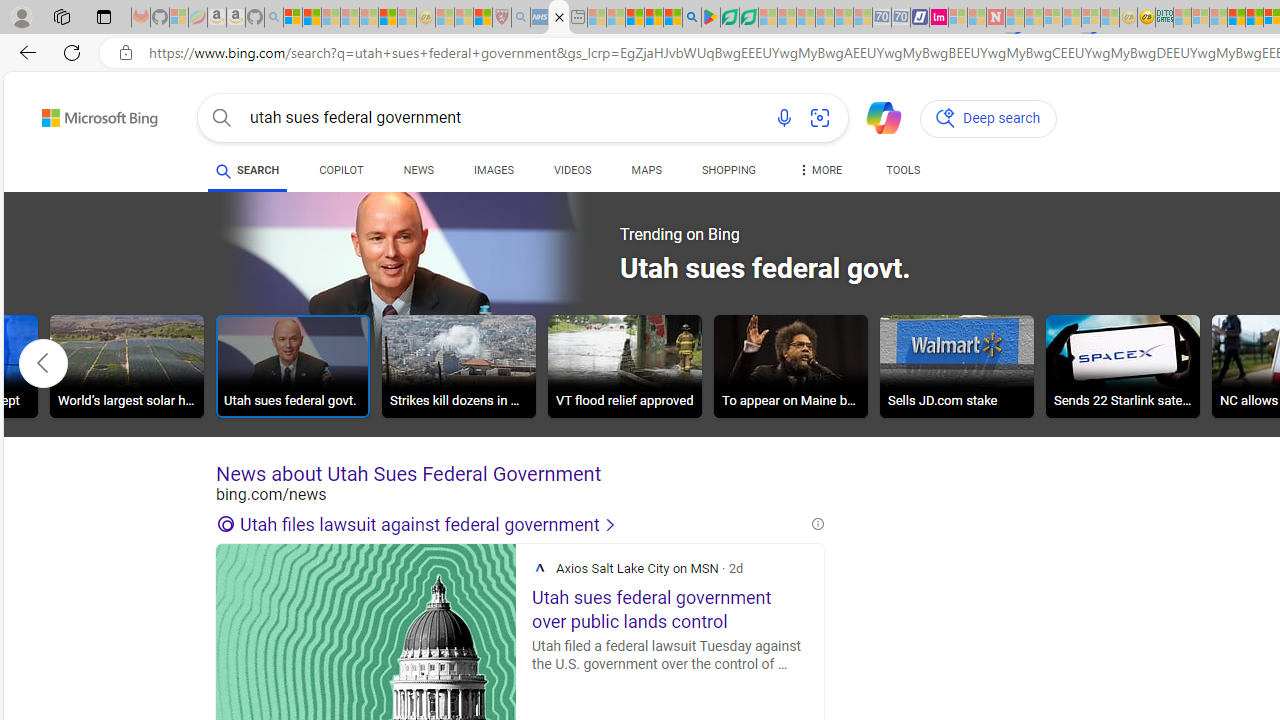 The height and width of the screenshot is (720, 1280). What do you see at coordinates (938, 17) in the screenshot?
I see `'Jobs - lastminute.com Investor Portal'` at bounding box center [938, 17].